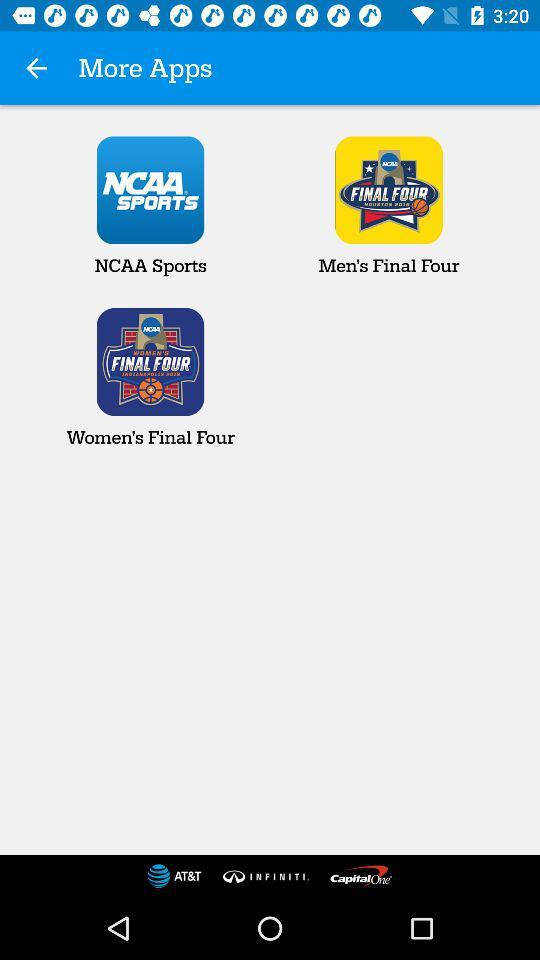 This screenshot has height=960, width=540. I want to click on the item next to men s final item, so click(149, 206).